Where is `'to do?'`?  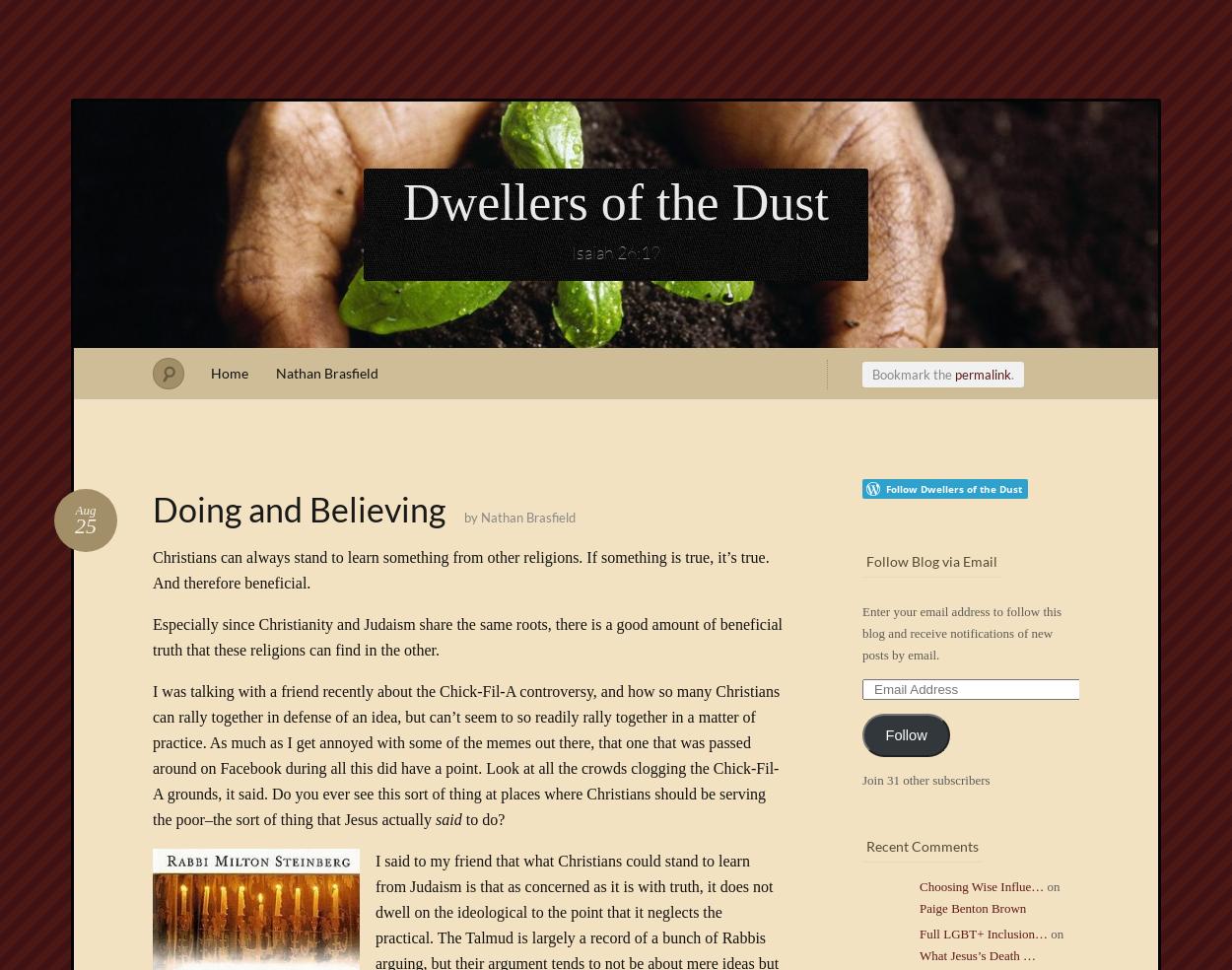 'to do?' is located at coordinates (482, 818).